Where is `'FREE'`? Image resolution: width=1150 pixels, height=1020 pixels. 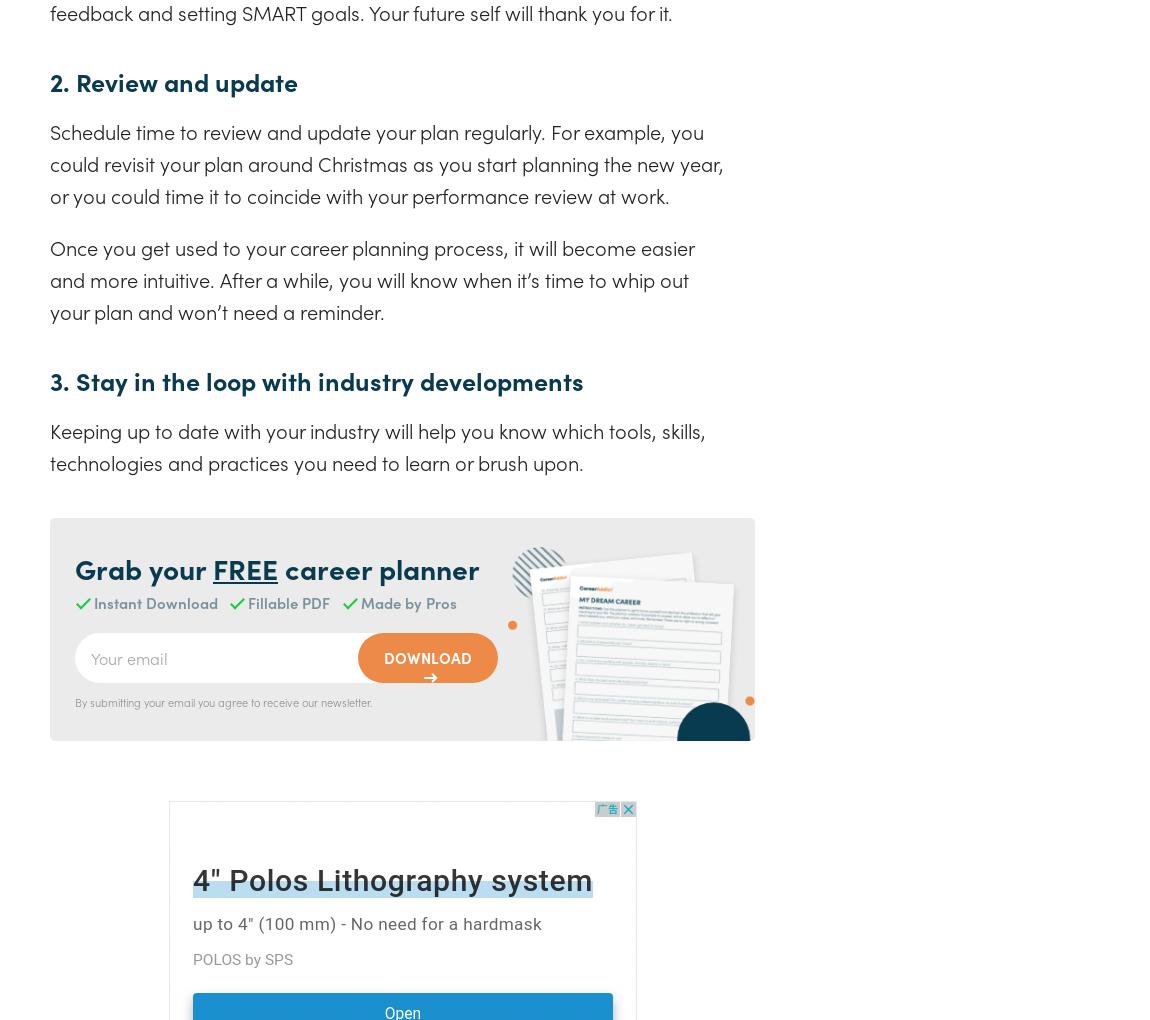
'FREE' is located at coordinates (244, 567).